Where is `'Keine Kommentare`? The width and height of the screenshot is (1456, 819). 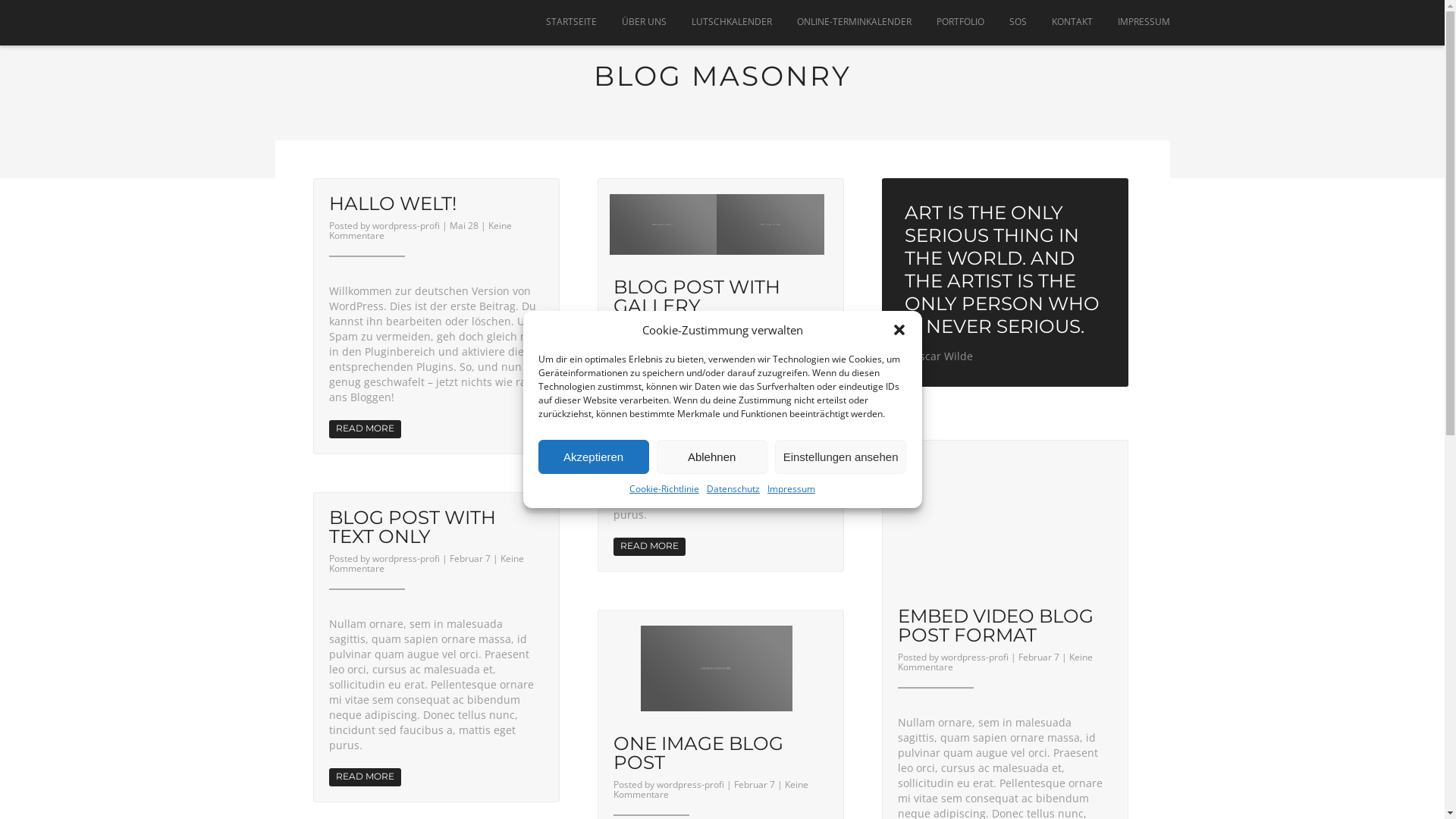
'Keine Kommentare is located at coordinates (995, 661).